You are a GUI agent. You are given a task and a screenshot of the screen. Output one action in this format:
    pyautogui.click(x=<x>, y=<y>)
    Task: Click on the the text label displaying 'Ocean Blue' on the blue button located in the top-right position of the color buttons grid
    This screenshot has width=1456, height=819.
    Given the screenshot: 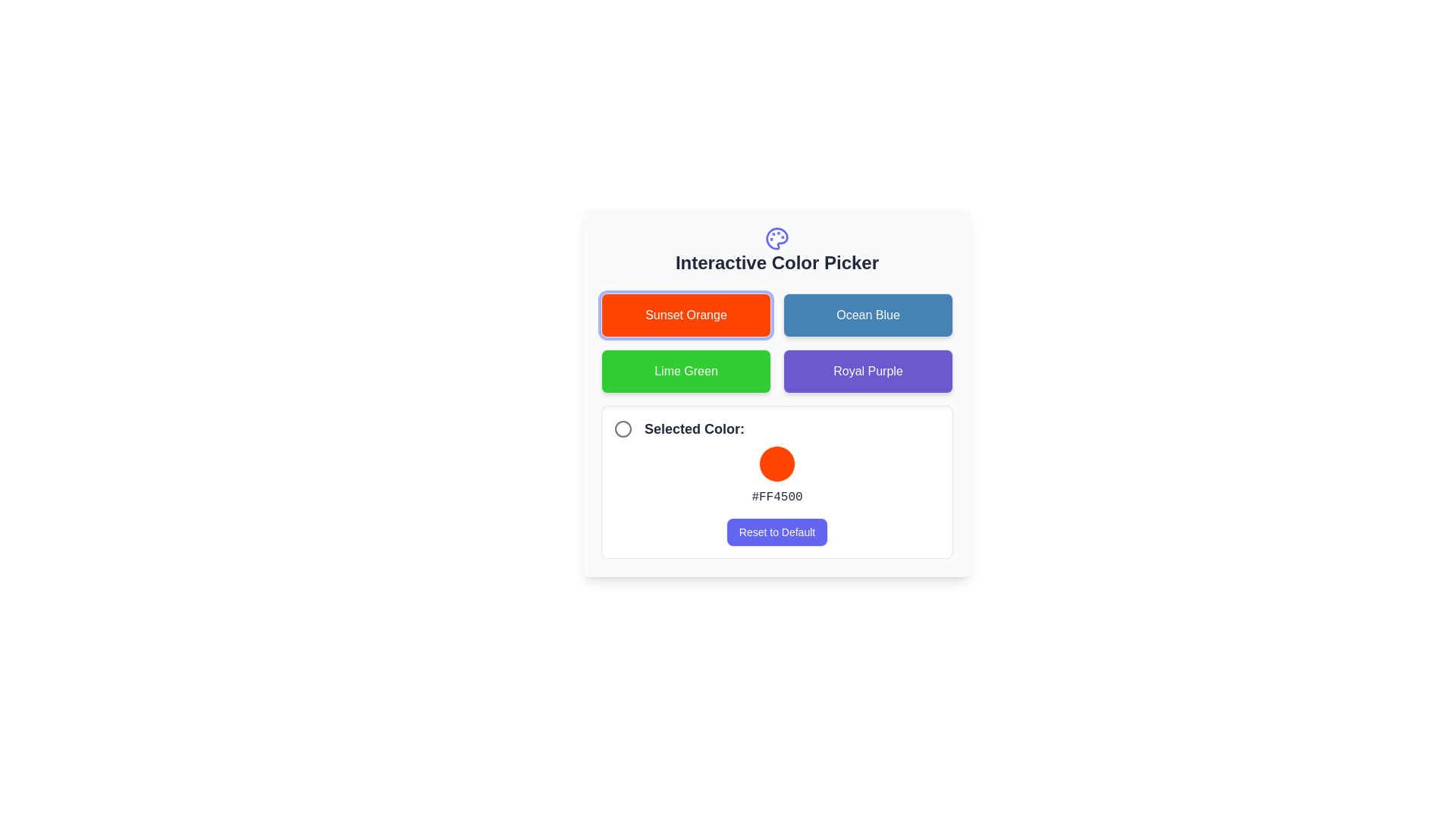 What is the action you would take?
    pyautogui.click(x=868, y=315)
    